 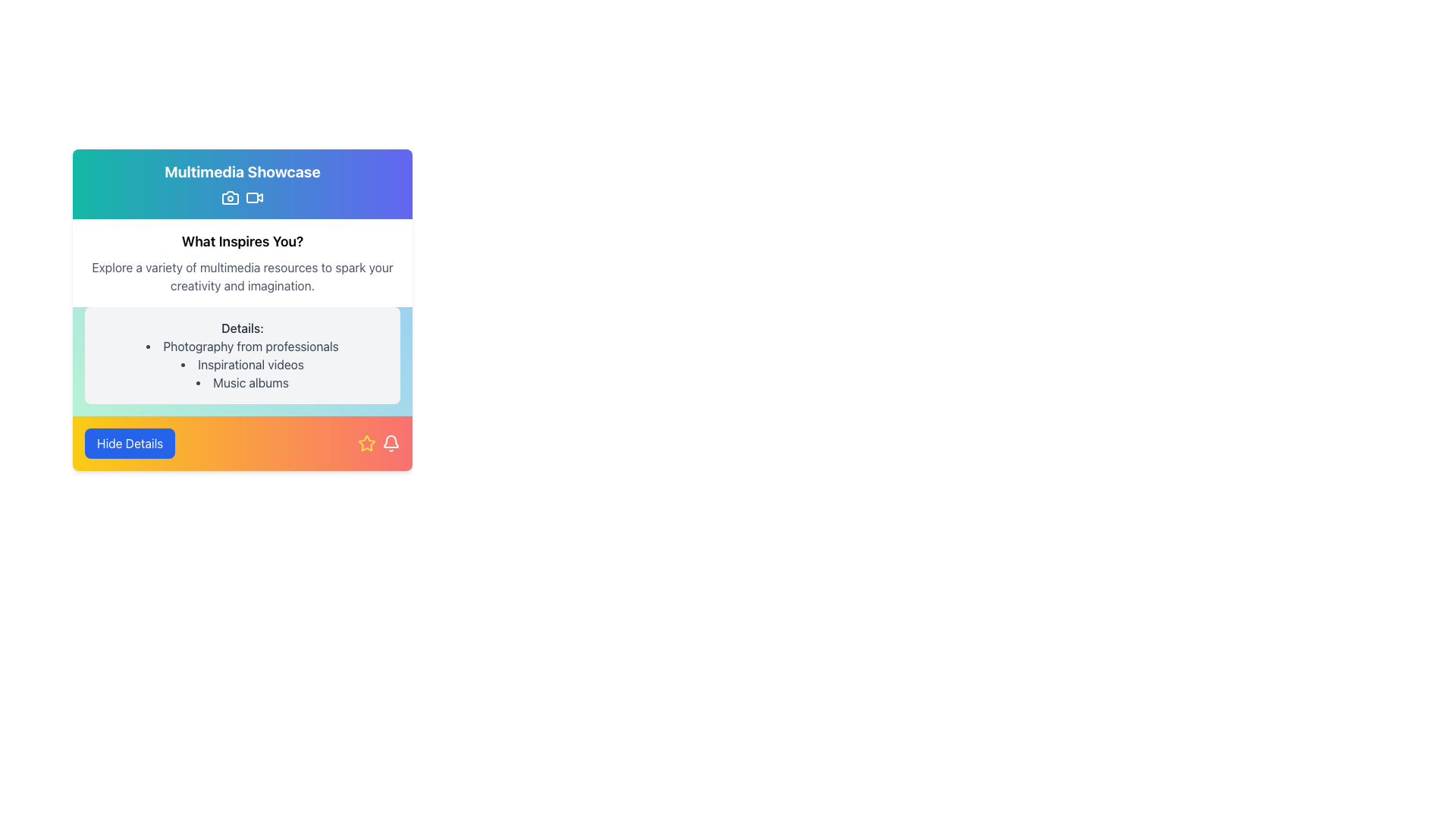 What do you see at coordinates (391, 444) in the screenshot?
I see `the Icon button located at the bottom of the card, which is the last interactive element in a row and positioned to the right of the yellow star-shaped button` at bounding box center [391, 444].